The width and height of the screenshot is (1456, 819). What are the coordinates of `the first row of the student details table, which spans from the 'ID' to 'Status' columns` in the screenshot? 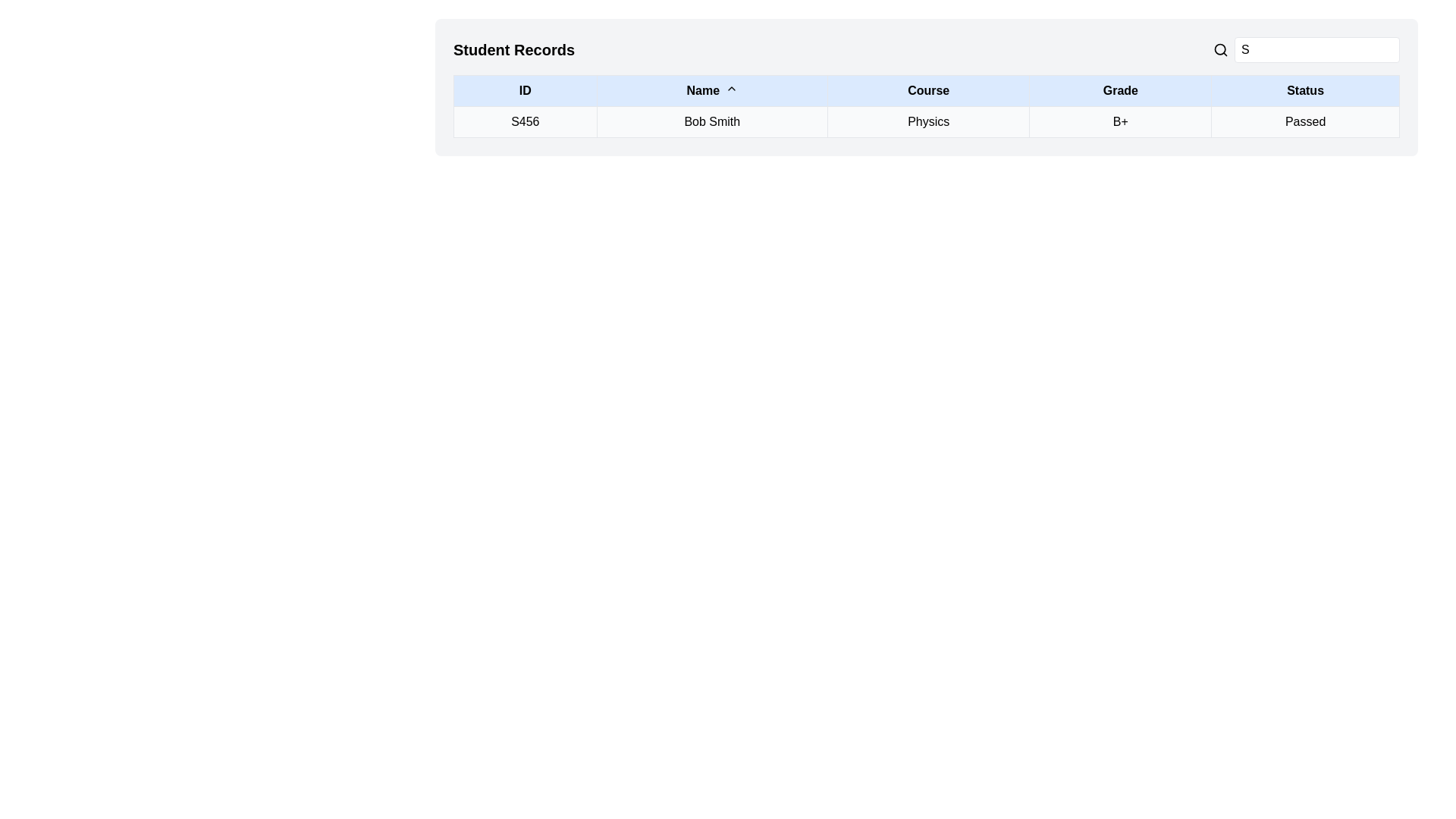 It's located at (926, 121).